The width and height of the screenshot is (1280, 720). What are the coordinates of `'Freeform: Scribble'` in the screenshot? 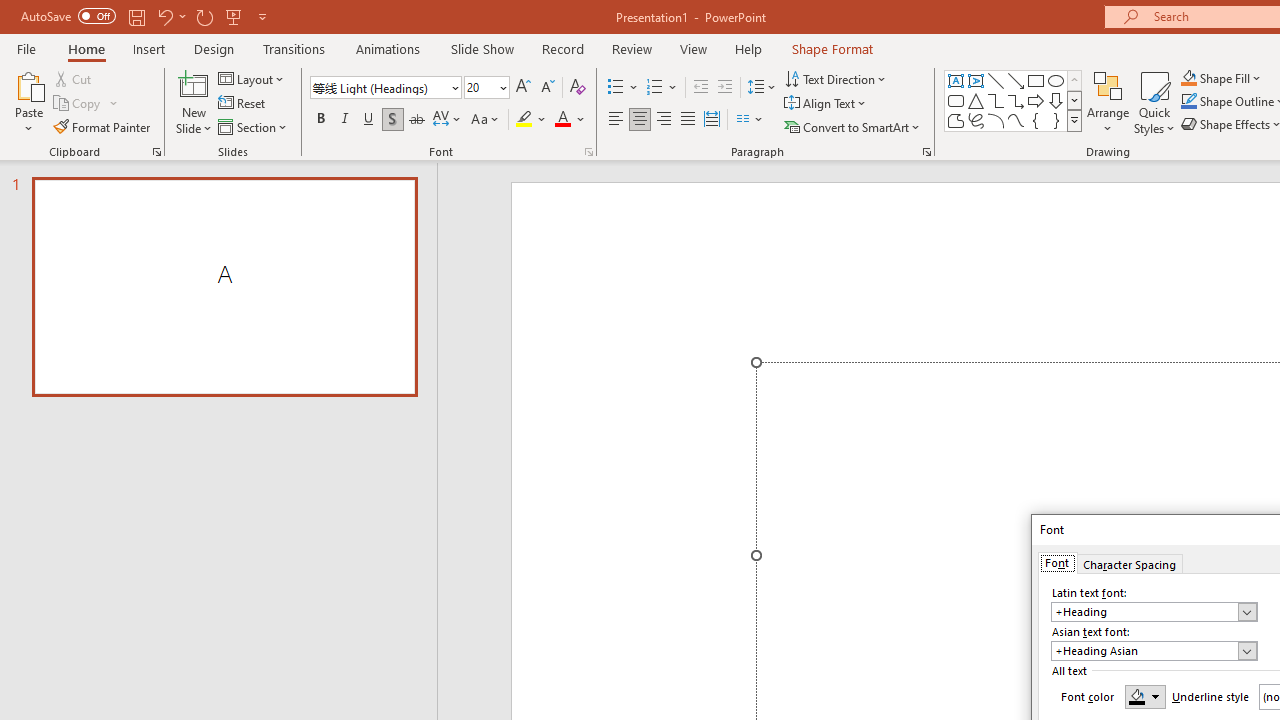 It's located at (976, 120).